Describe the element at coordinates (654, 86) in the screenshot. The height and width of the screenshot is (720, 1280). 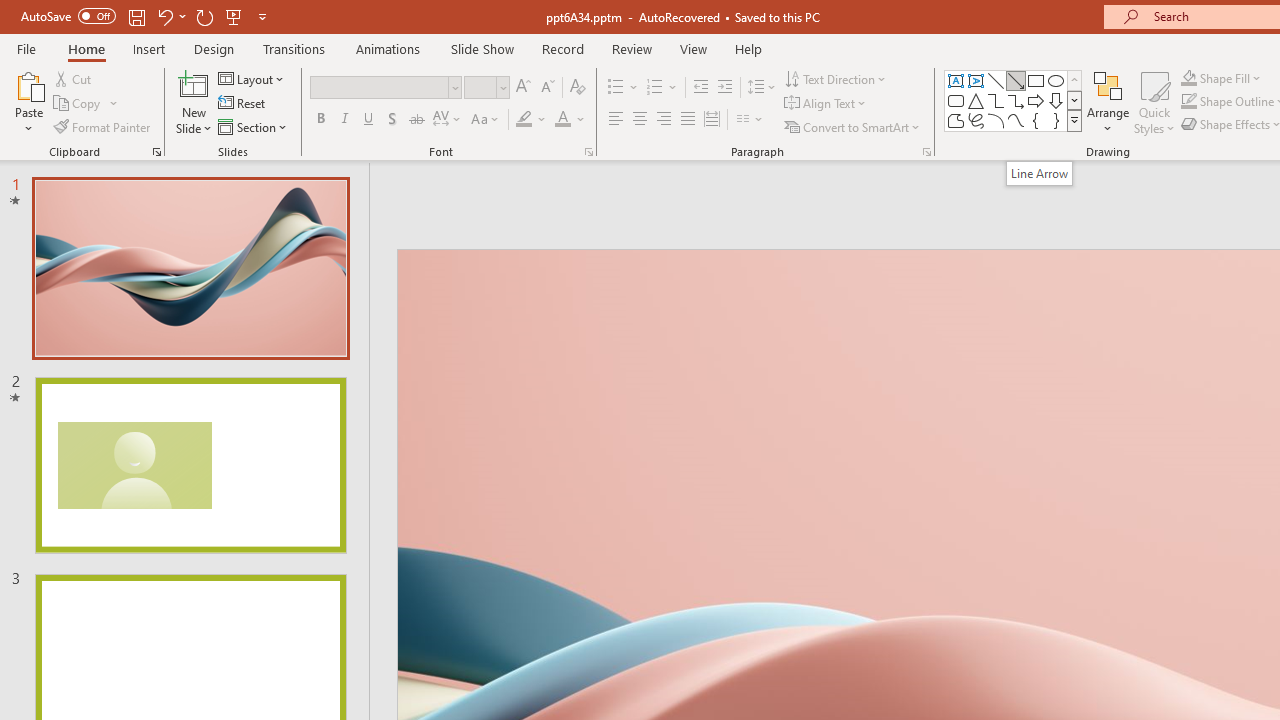
I see `'Numbering'` at that location.